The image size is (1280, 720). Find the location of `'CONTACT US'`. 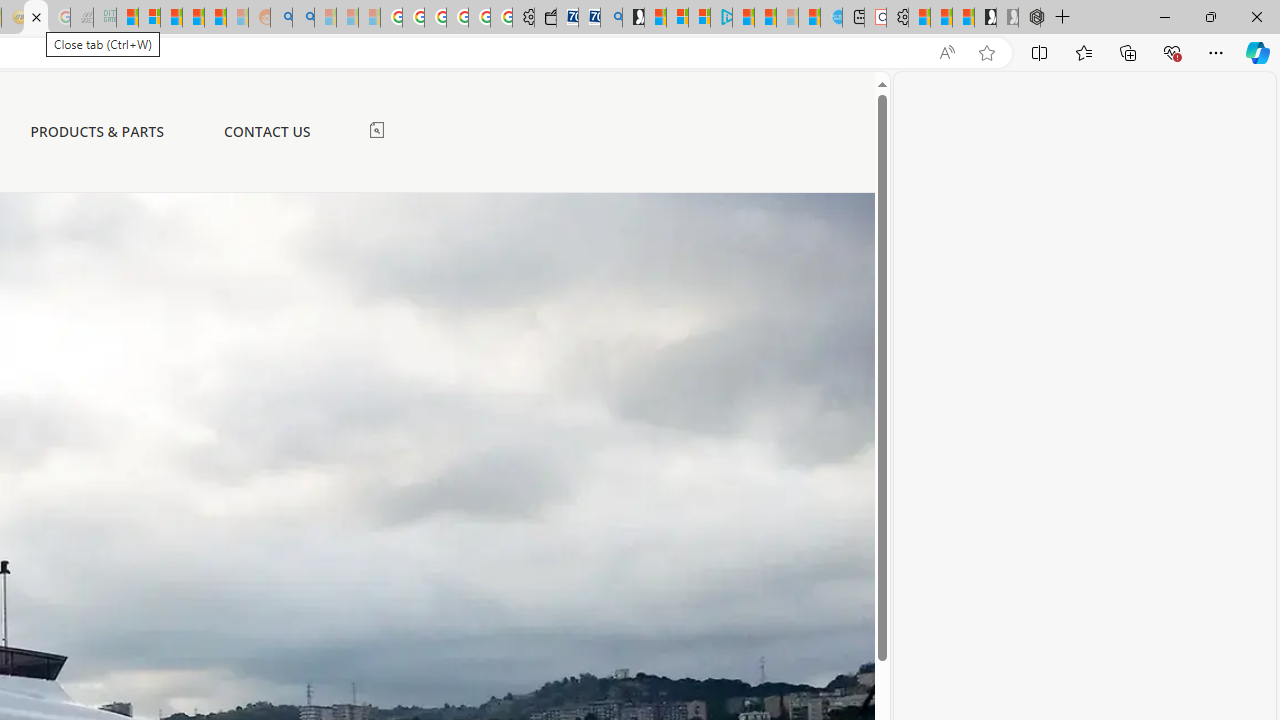

'CONTACT US' is located at coordinates (265, 131).